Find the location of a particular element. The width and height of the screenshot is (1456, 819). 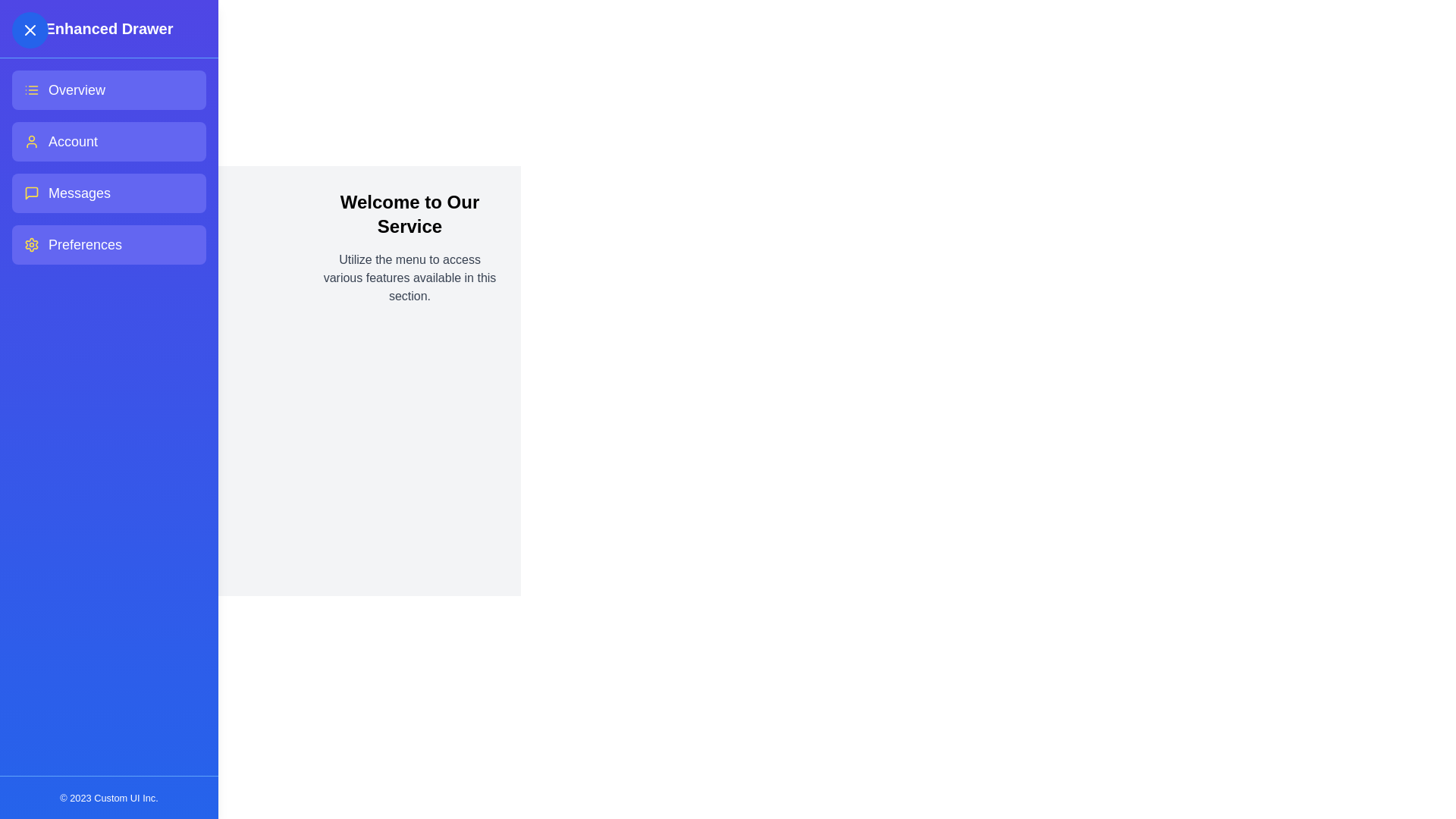

the yellow menu icon represented by three horizontal lines, located on the purple button labeled 'Overview' in the left sidebar is located at coordinates (32, 90).